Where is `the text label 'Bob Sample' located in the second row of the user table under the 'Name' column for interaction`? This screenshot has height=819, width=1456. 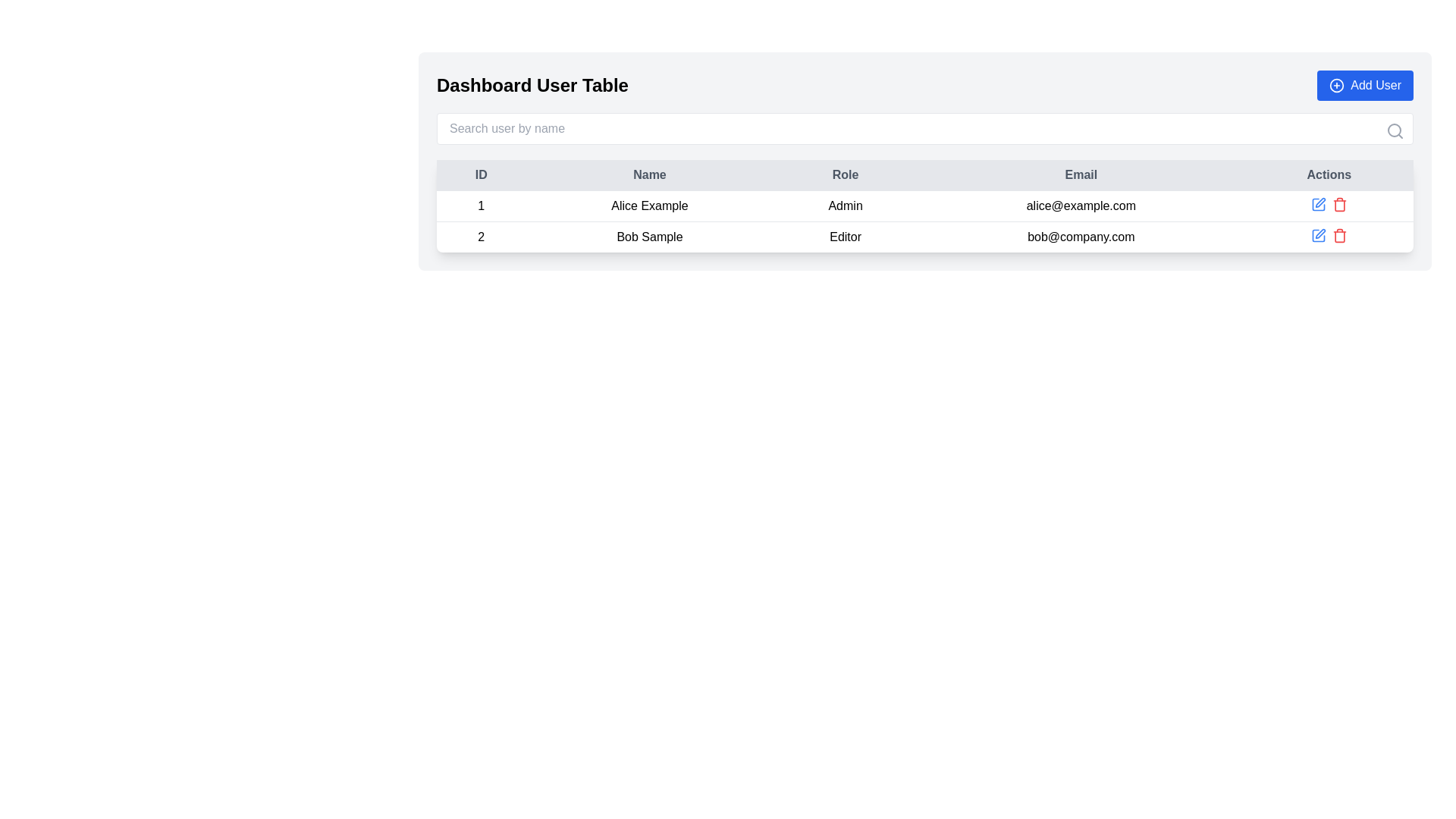 the text label 'Bob Sample' located in the second row of the user table under the 'Name' column for interaction is located at coordinates (649, 237).